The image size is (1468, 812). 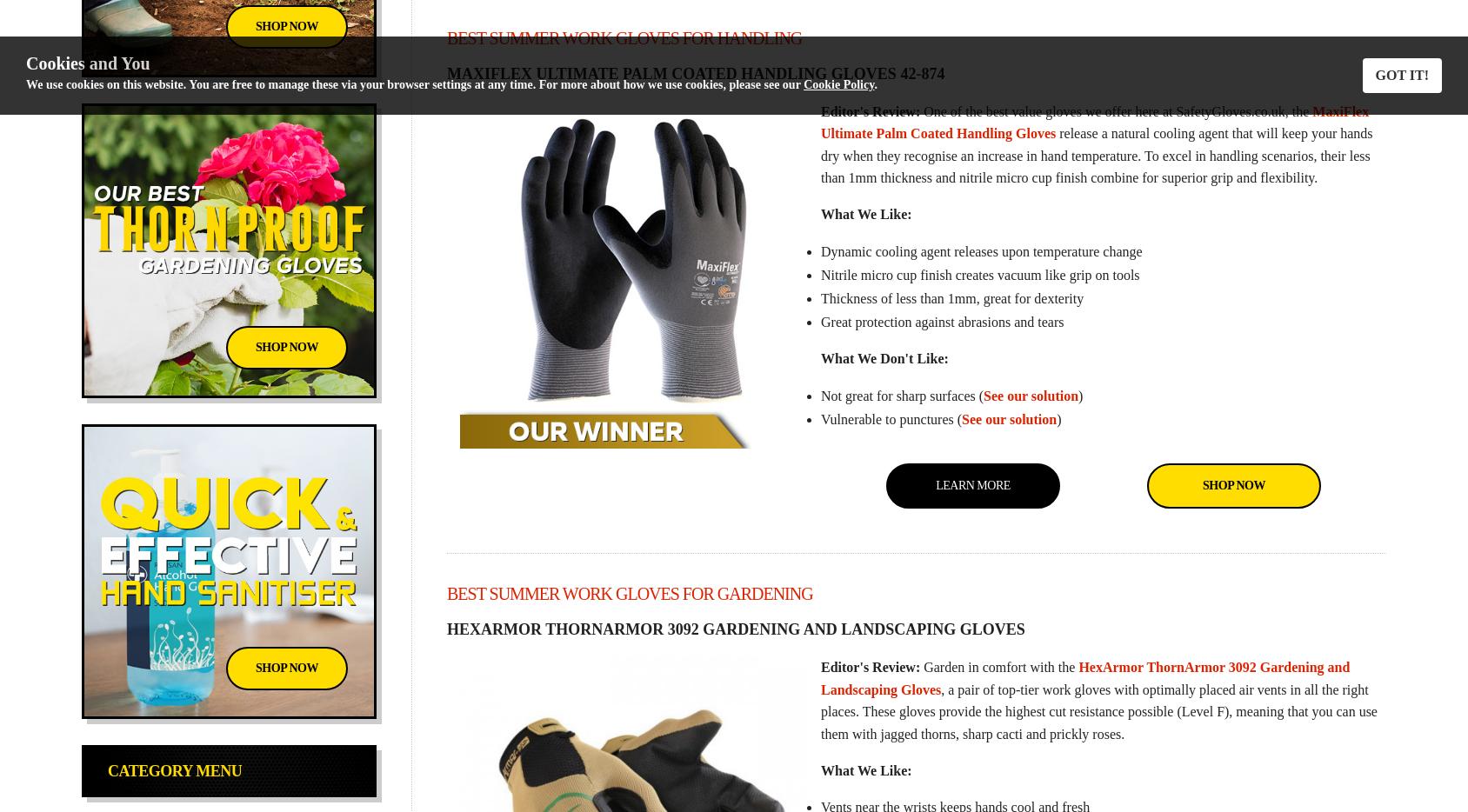 I want to click on 'Best Summer Work Gloves for Handling', so click(x=624, y=36).